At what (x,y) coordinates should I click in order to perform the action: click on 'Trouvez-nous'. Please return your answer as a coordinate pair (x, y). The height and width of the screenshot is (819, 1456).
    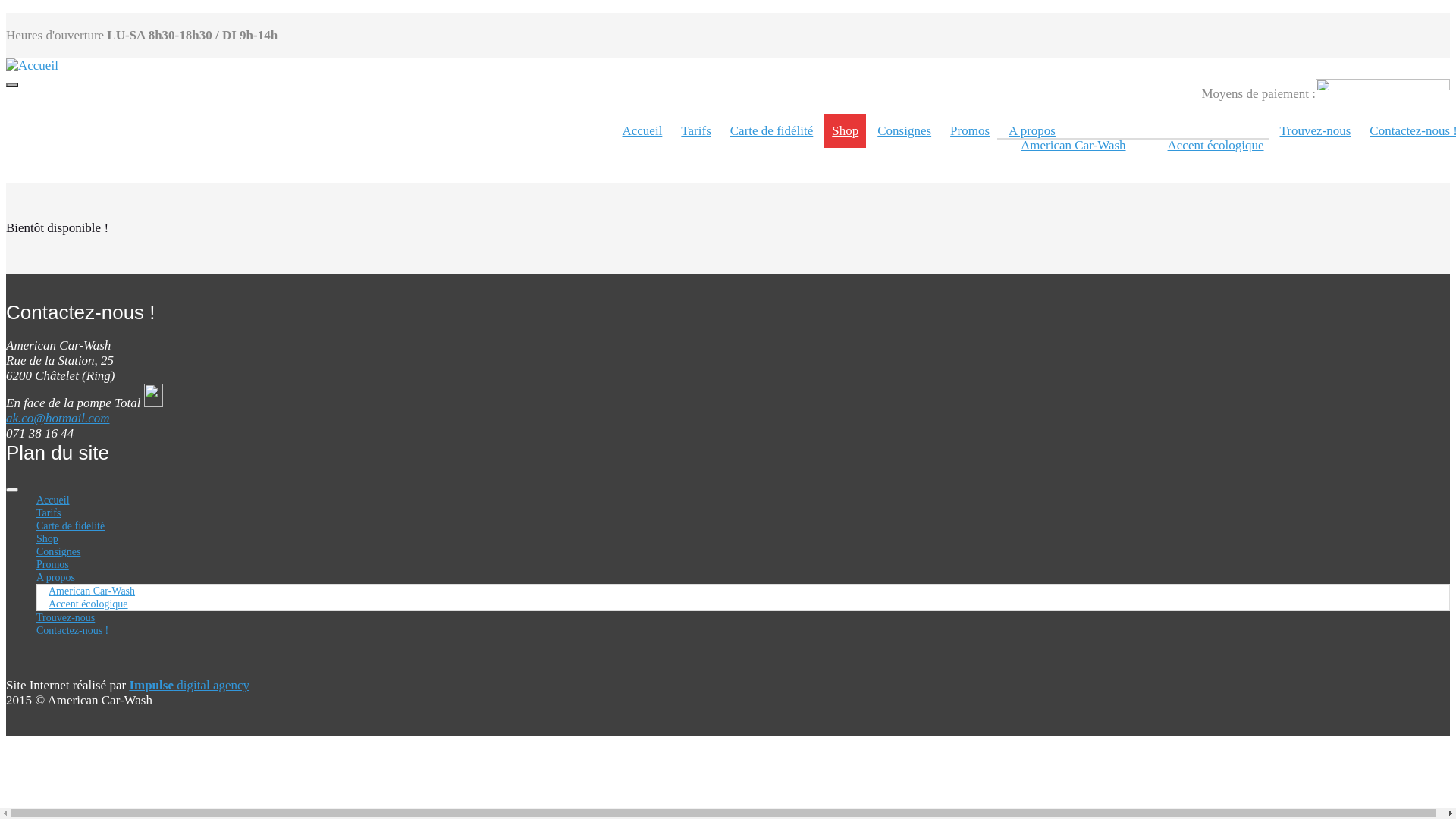
    Looking at the image, I should click on (64, 617).